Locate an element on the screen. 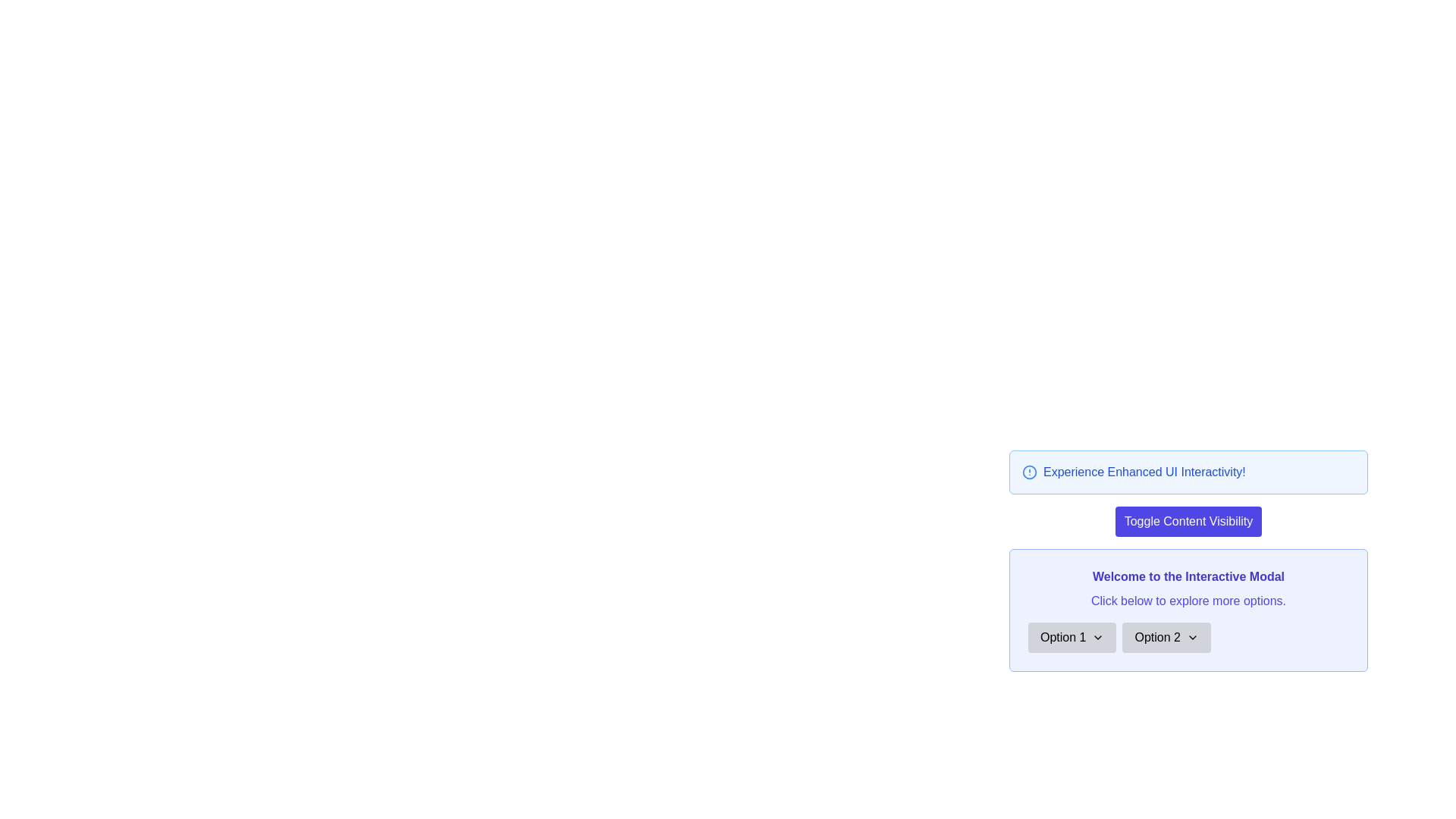 The height and width of the screenshot is (819, 1456). the toggle button located below the blue alert message with the text 'Experience Enhanced UI Interactivity!' is located at coordinates (1188, 520).